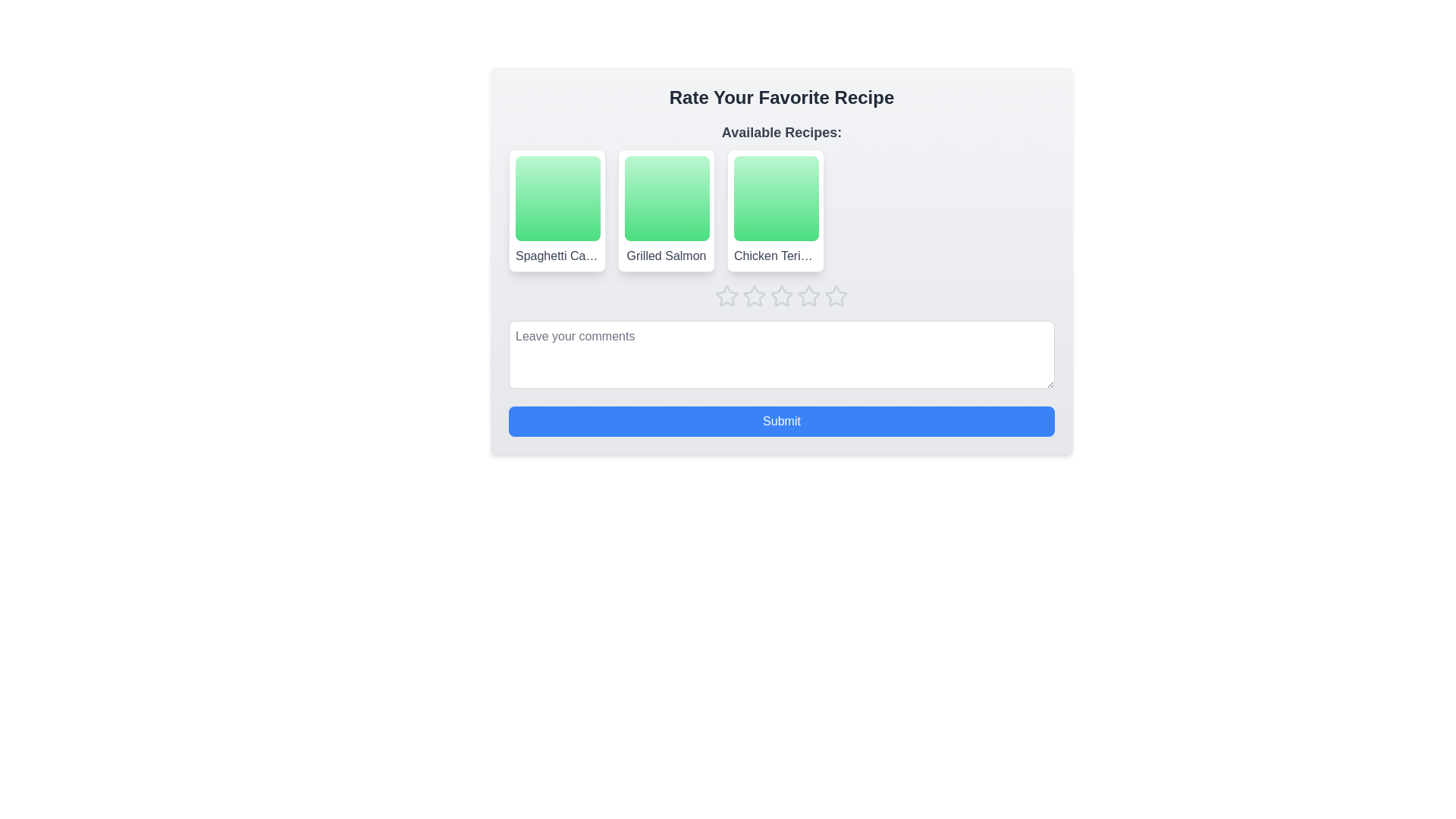 This screenshot has width=1456, height=819. I want to click on the text label displaying the recipe name 'Grilled Salmon', which provides identifying information about the recipe and is located below a gradient green image area in a grid of recipe cards, so click(666, 256).